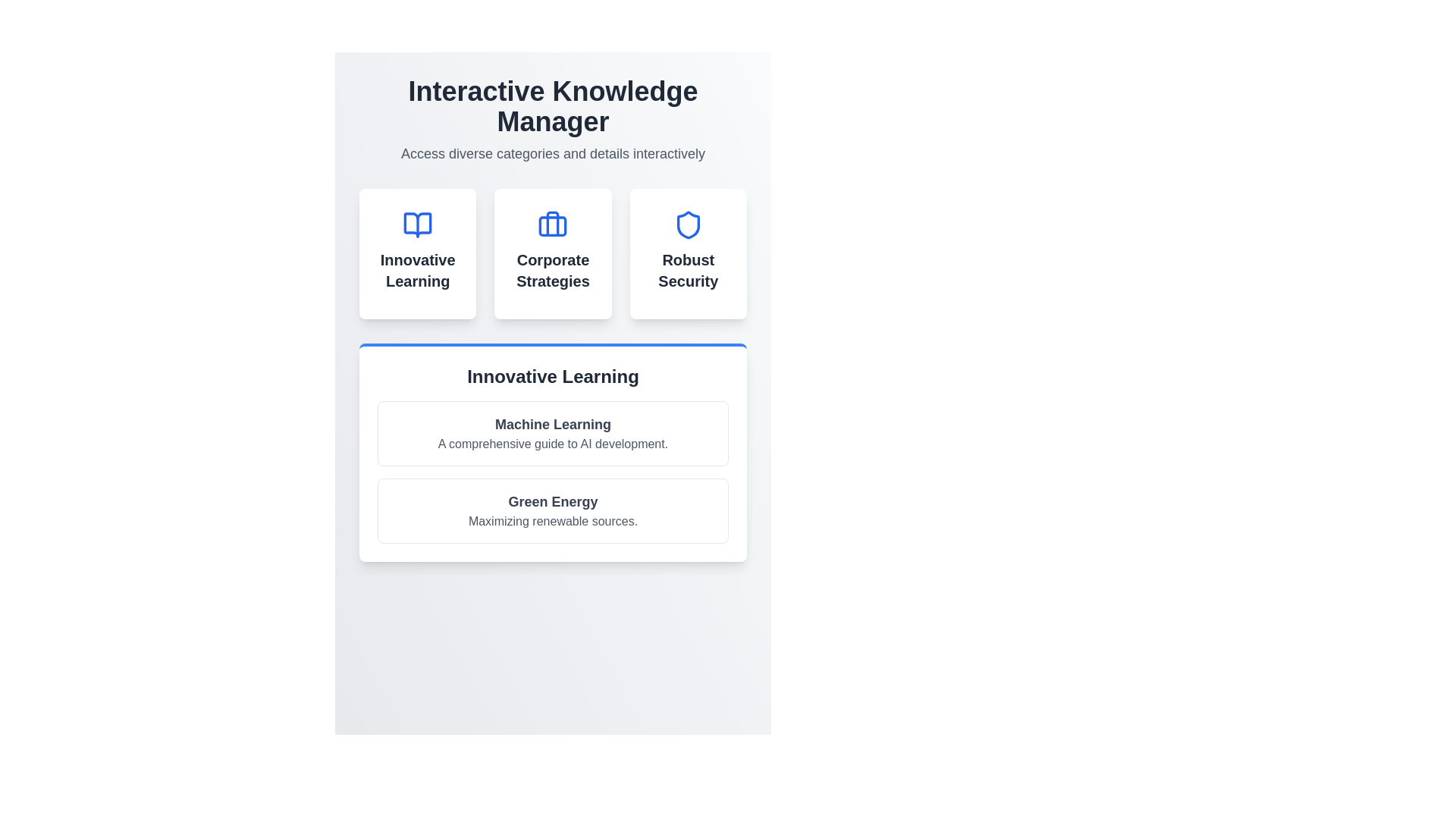 Image resolution: width=1456 pixels, height=819 pixels. I want to click on the Category selection tile labeled 'Innovative Learning', which is a rectangular tile with rounded corners, a white background, and an icon of an open book in blue at the top, so click(418, 253).